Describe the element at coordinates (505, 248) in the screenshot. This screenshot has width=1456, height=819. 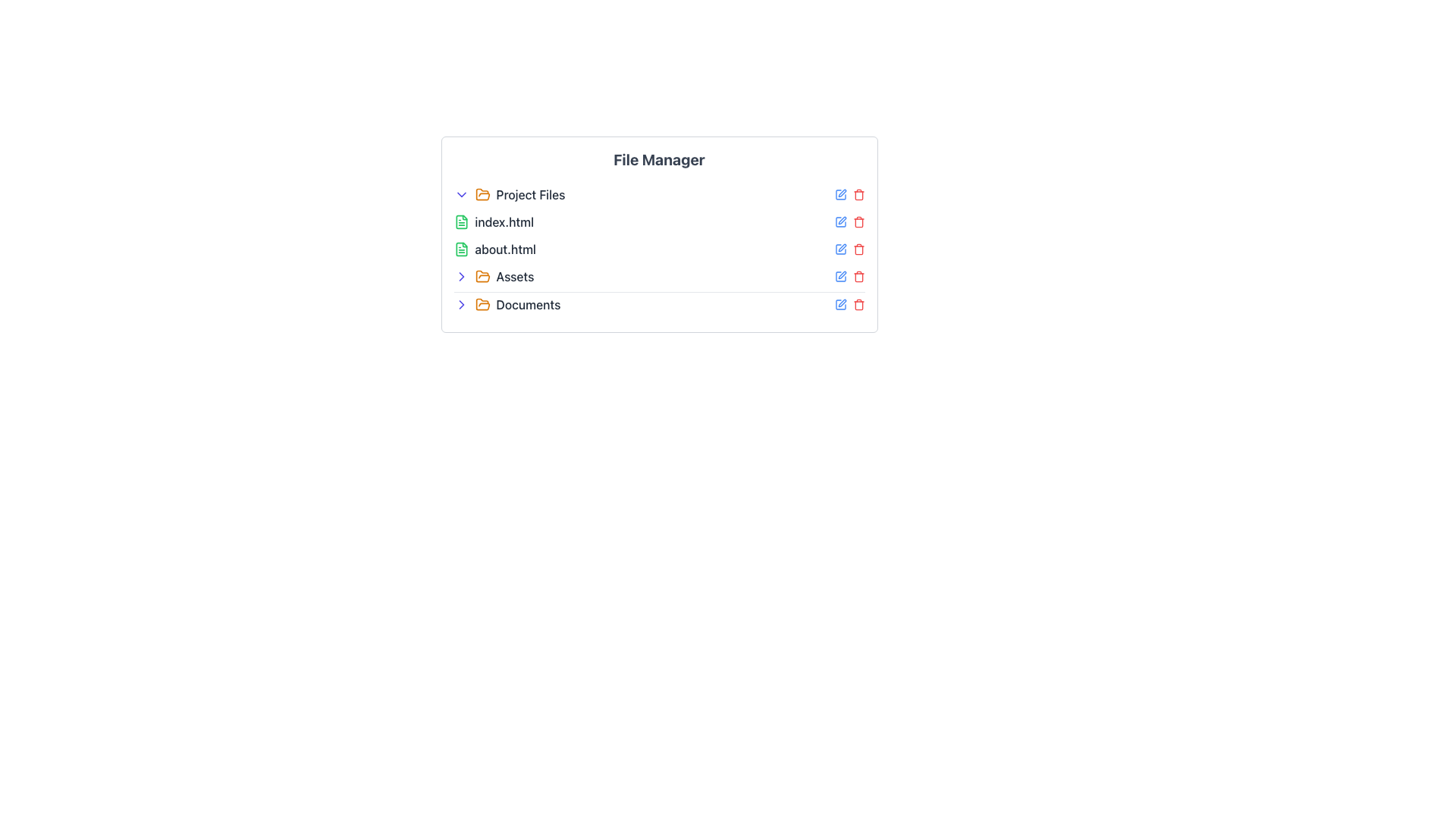
I see `text label denoting the file named 'about.html' located in the file manager, positioned under the header 'File Manager' and following 'index.html'` at that location.